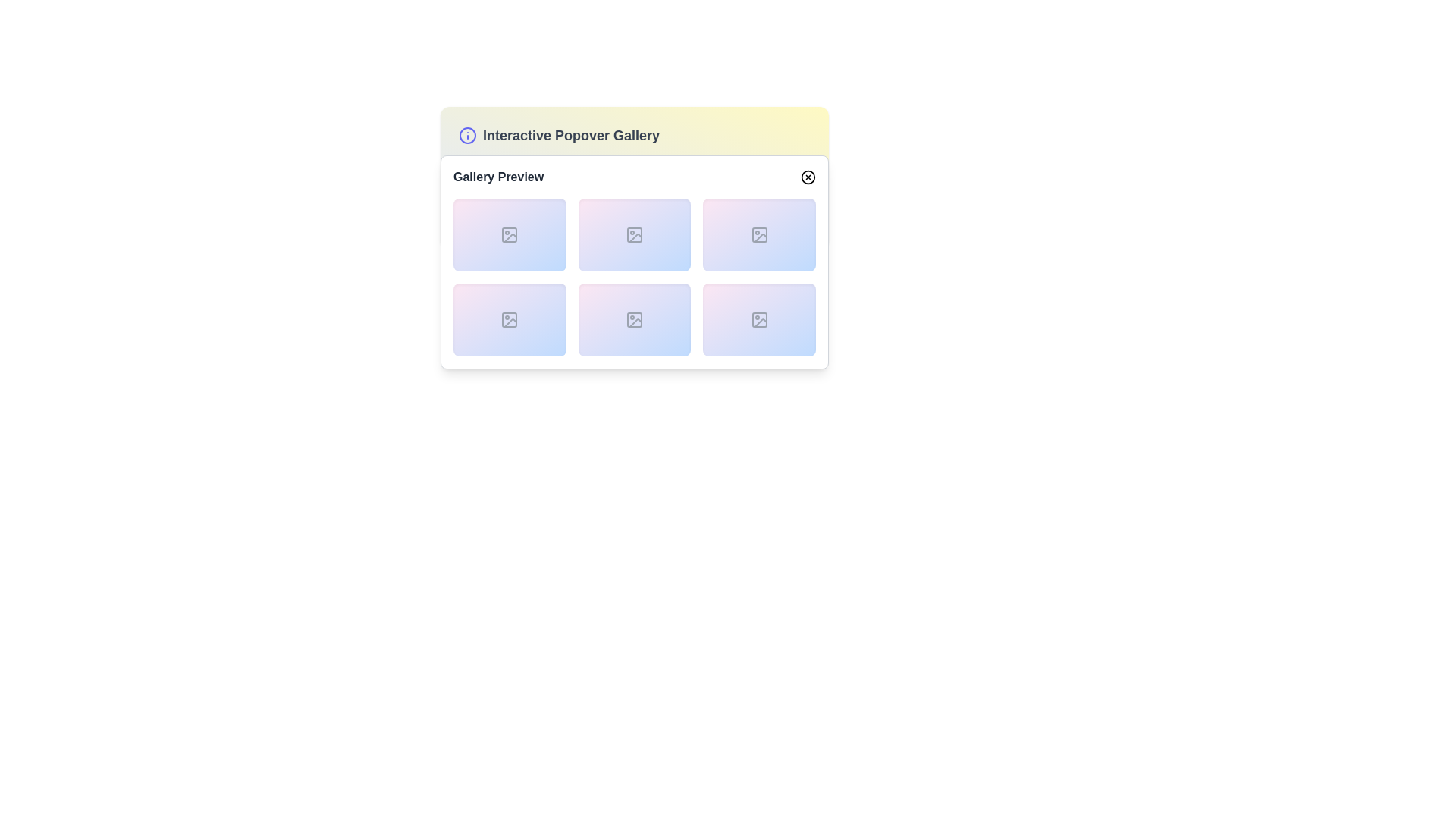 The width and height of the screenshot is (1456, 819). Describe the element at coordinates (634, 318) in the screenshot. I see `the Icon in the second row, third column of the 'Gallery Preview' popover, which serves as a placeholder for an image or visual content` at that location.